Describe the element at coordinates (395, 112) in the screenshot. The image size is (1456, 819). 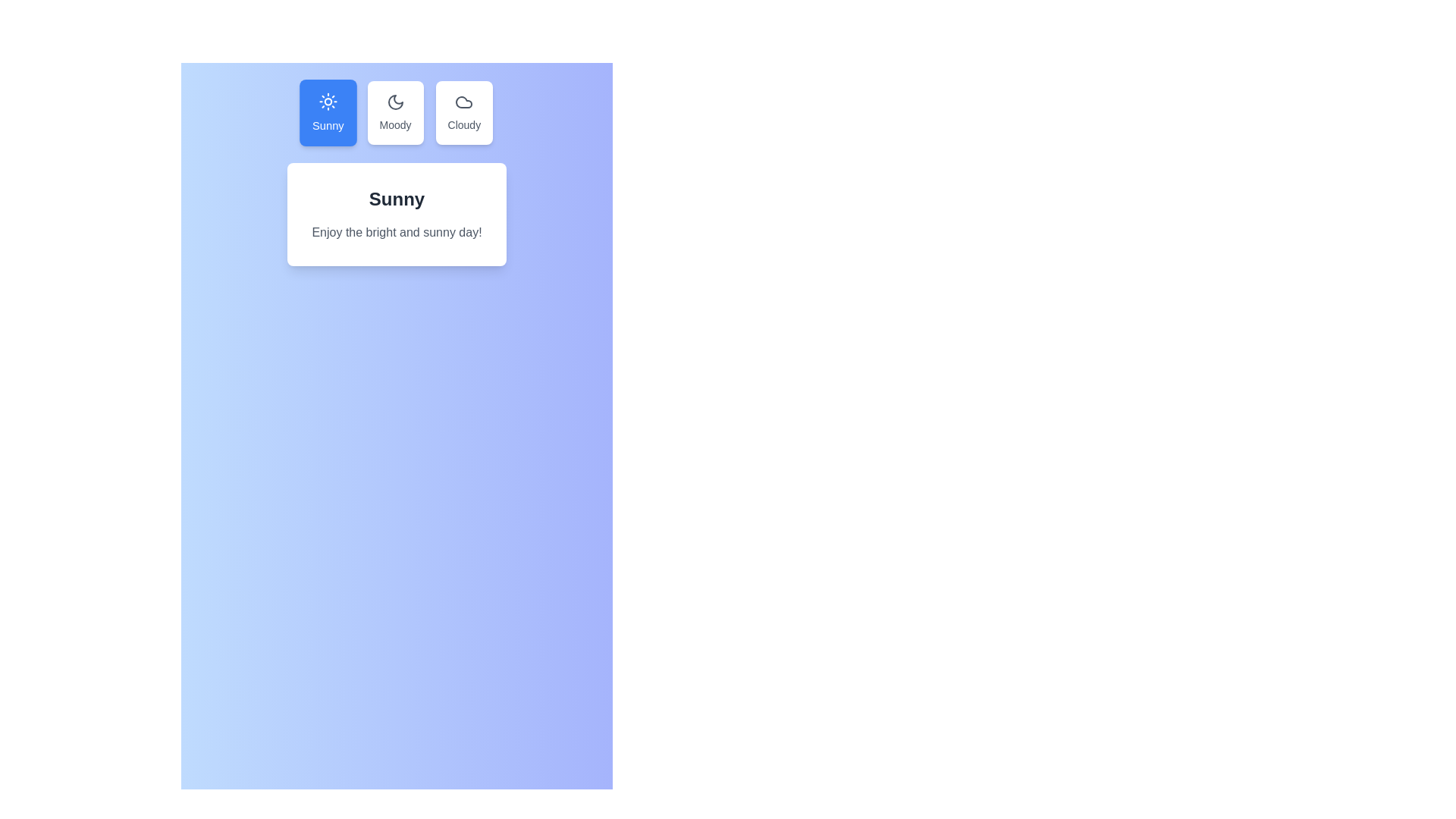
I see `the Moody tab in the WeatherTabs component` at that location.